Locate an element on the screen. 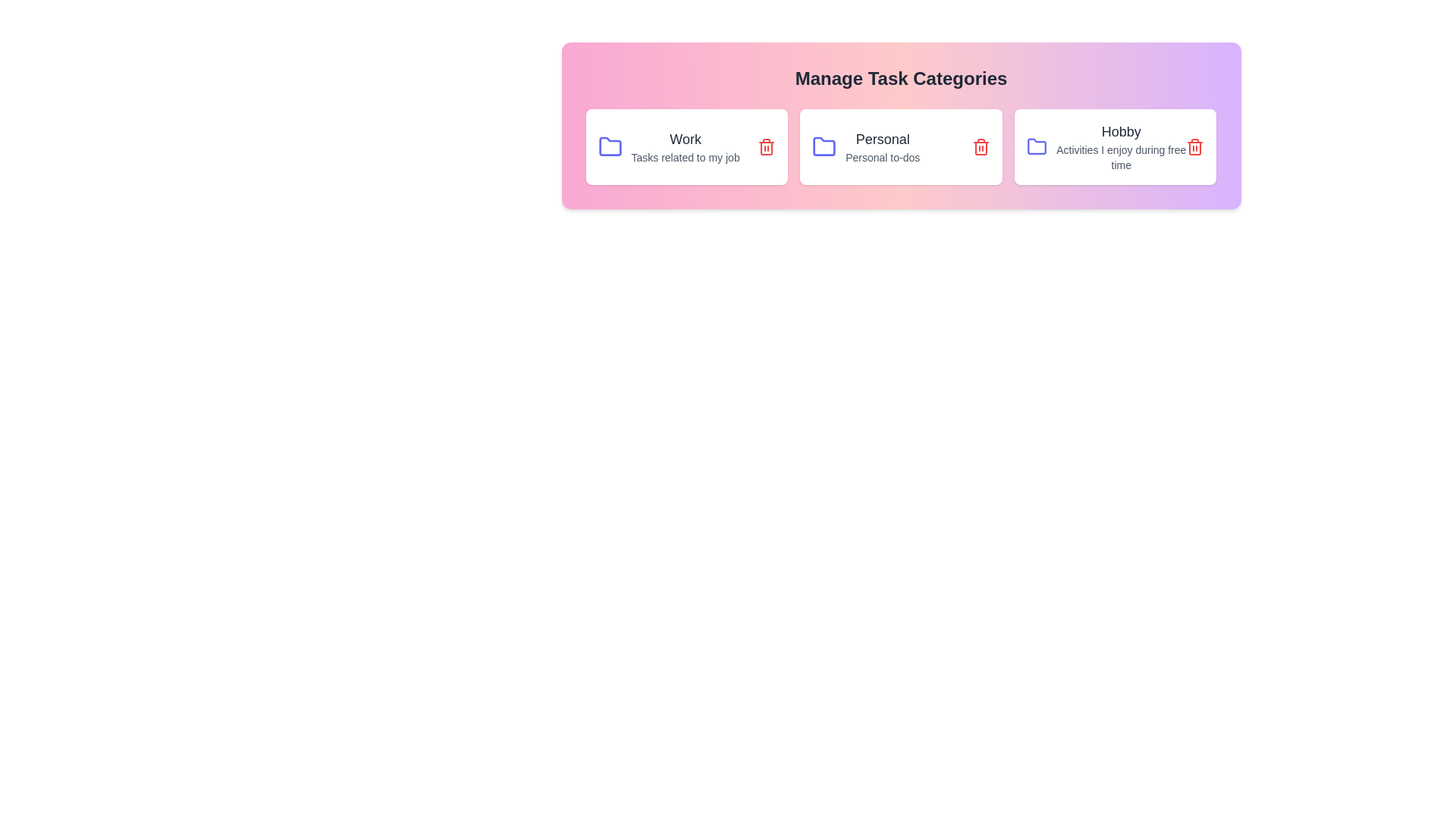 The image size is (1456, 819). the delete icon for the category Personal is located at coordinates (981, 146).